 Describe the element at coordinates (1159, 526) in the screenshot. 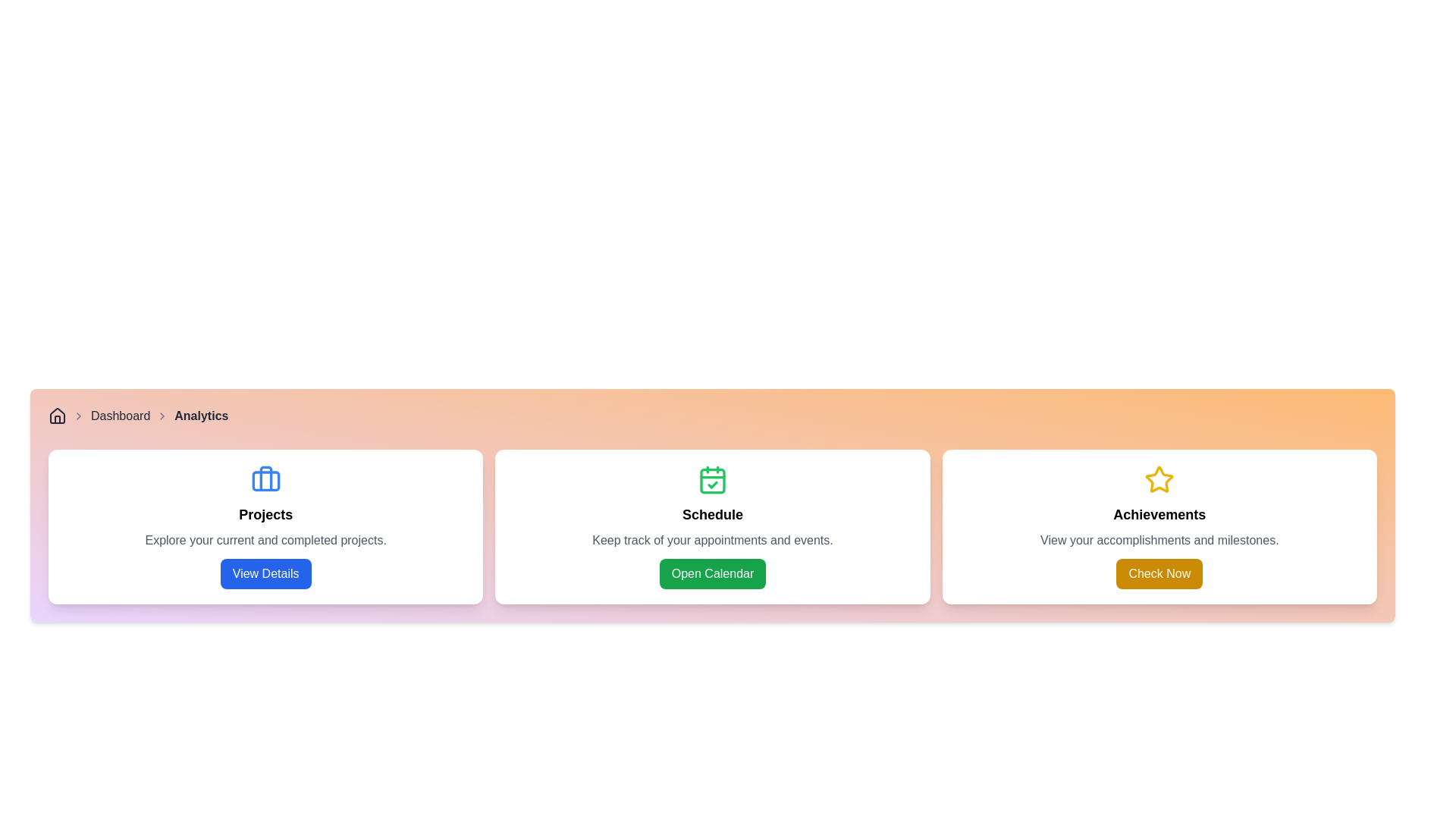

I see `the card displaying user achievements, which is located in the rightmost grid cell of a three-column layout` at that location.